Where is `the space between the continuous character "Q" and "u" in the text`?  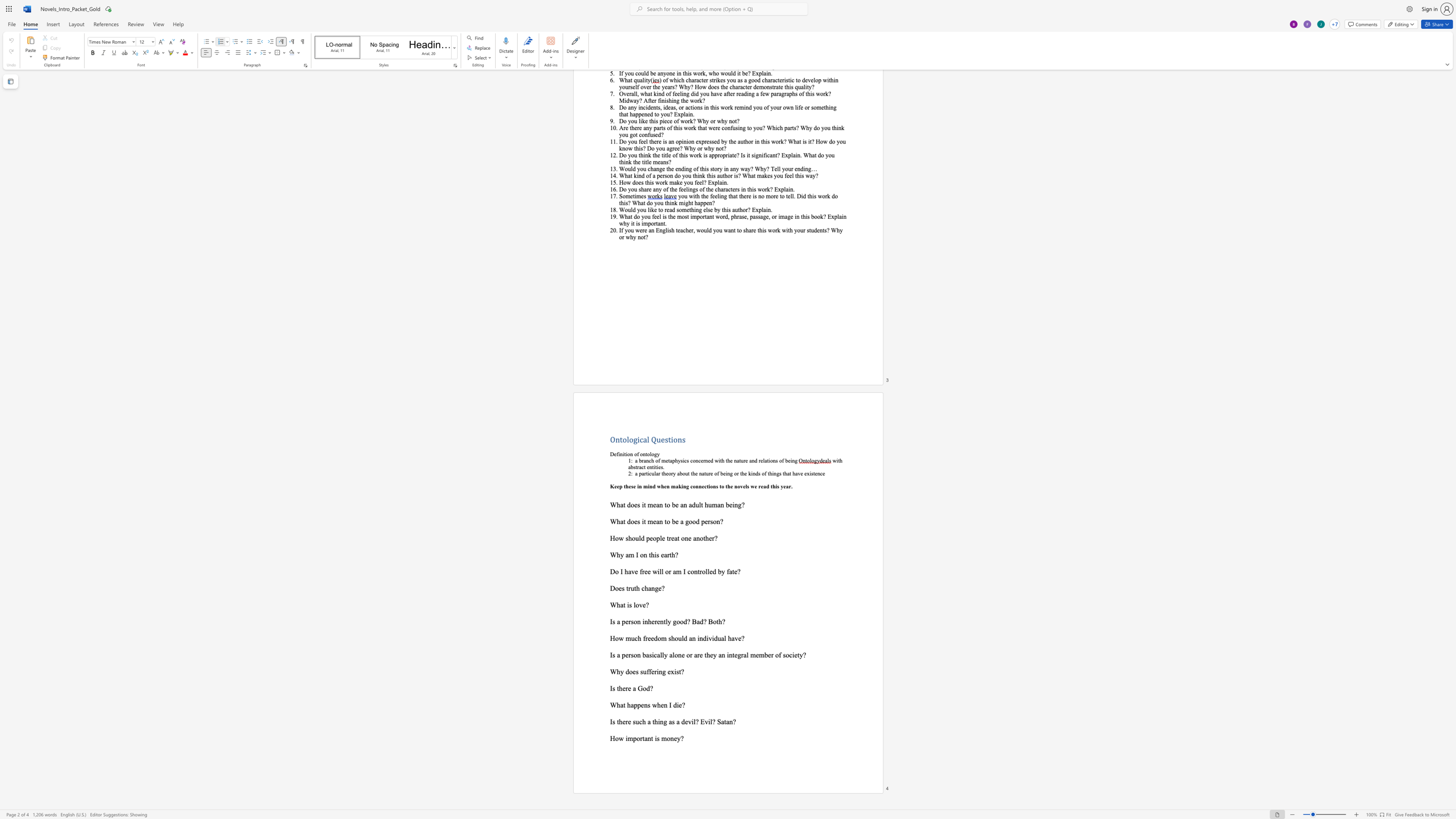 the space between the continuous character "Q" and "u" in the text is located at coordinates (656, 439).